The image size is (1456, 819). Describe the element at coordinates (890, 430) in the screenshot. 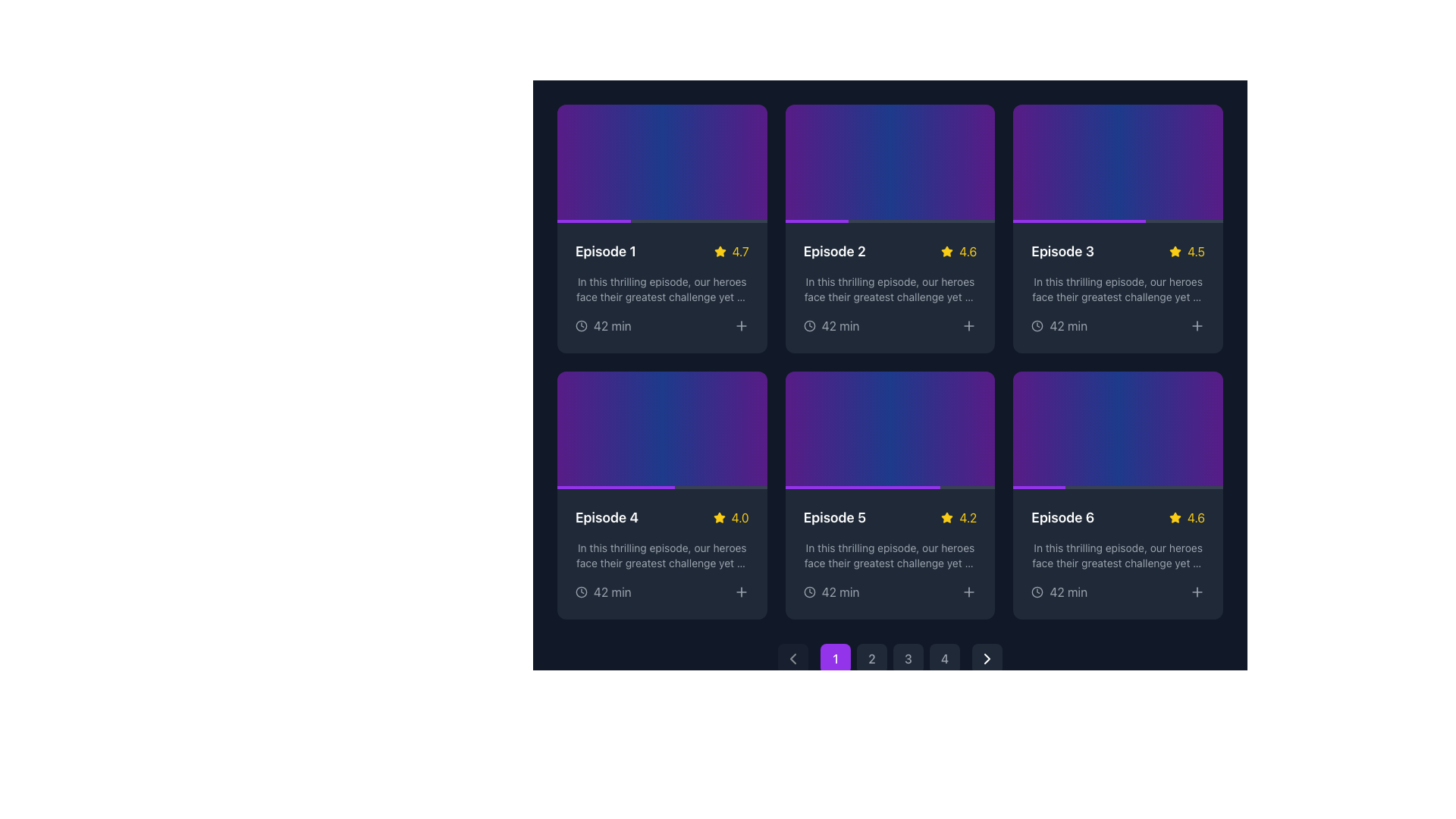

I see `the Episode 5 card, which is a rectangular area with a gradient background from purple` at that location.